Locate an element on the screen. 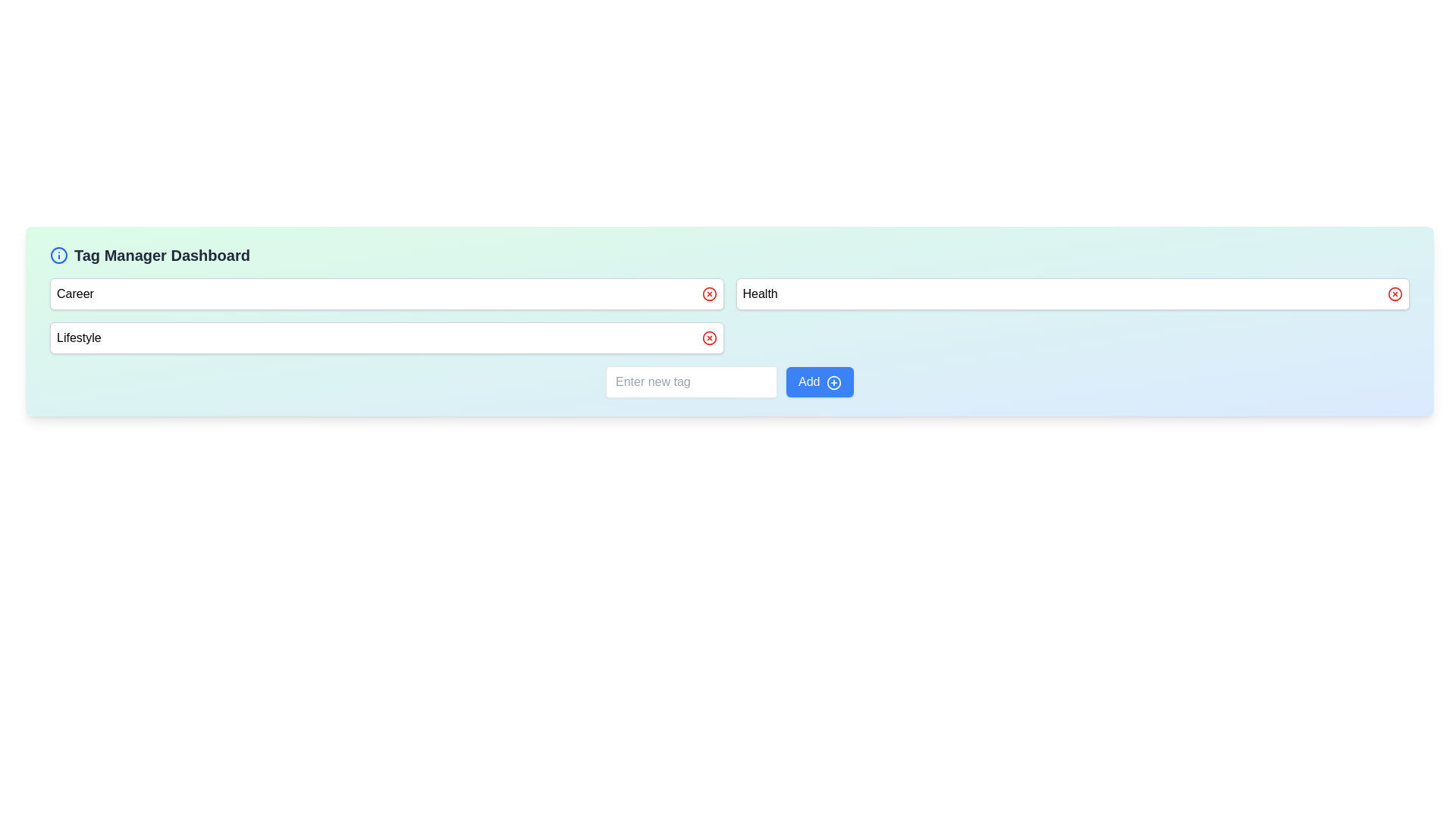  the circular graphical element located within the interactive button or icon towards the right end of the interface is located at coordinates (833, 381).